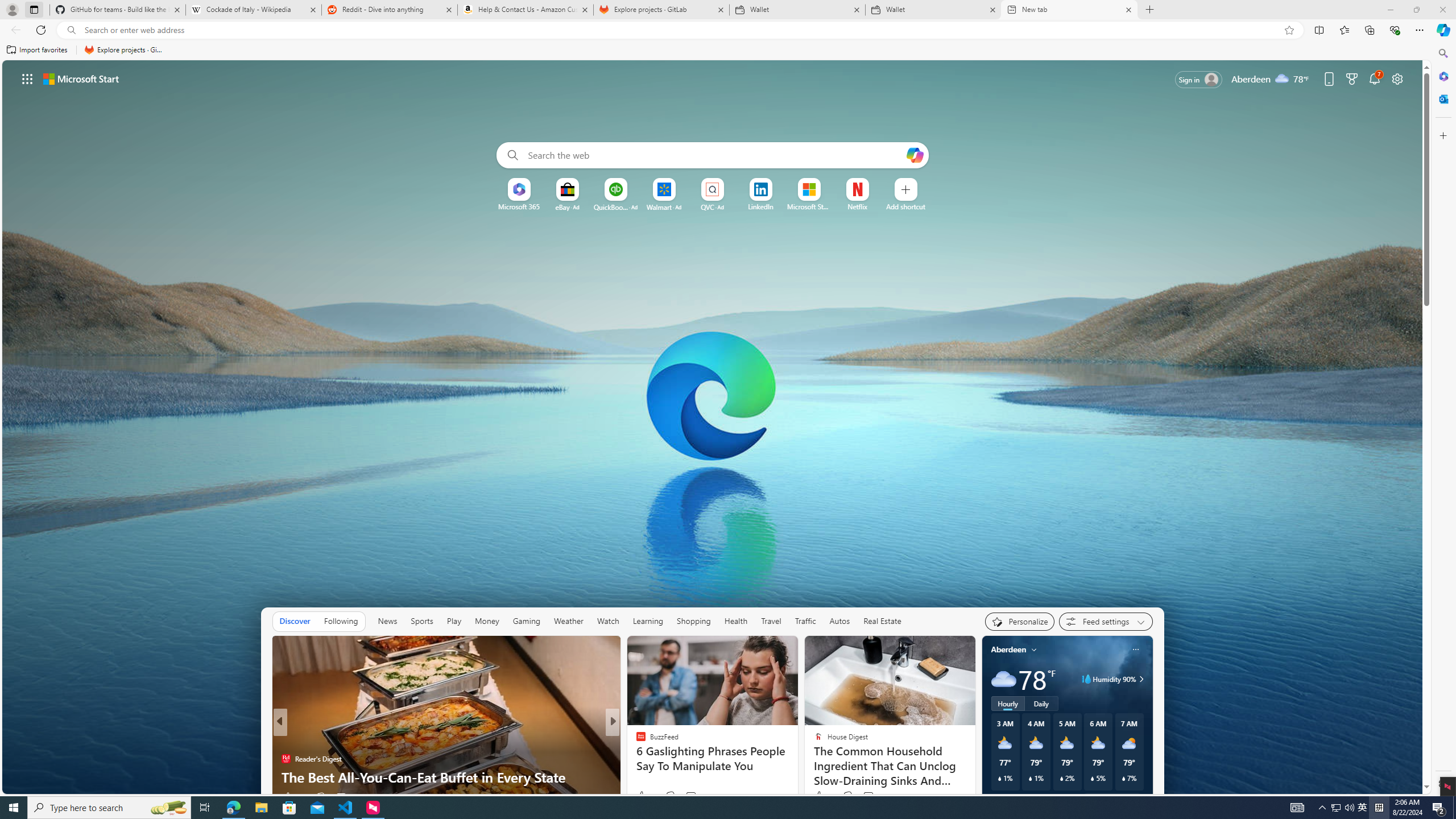 The width and height of the screenshot is (1456, 819). Describe the element at coordinates (635, 758) in the screenshot. I see `'Martha Stewart Living'` at that location.